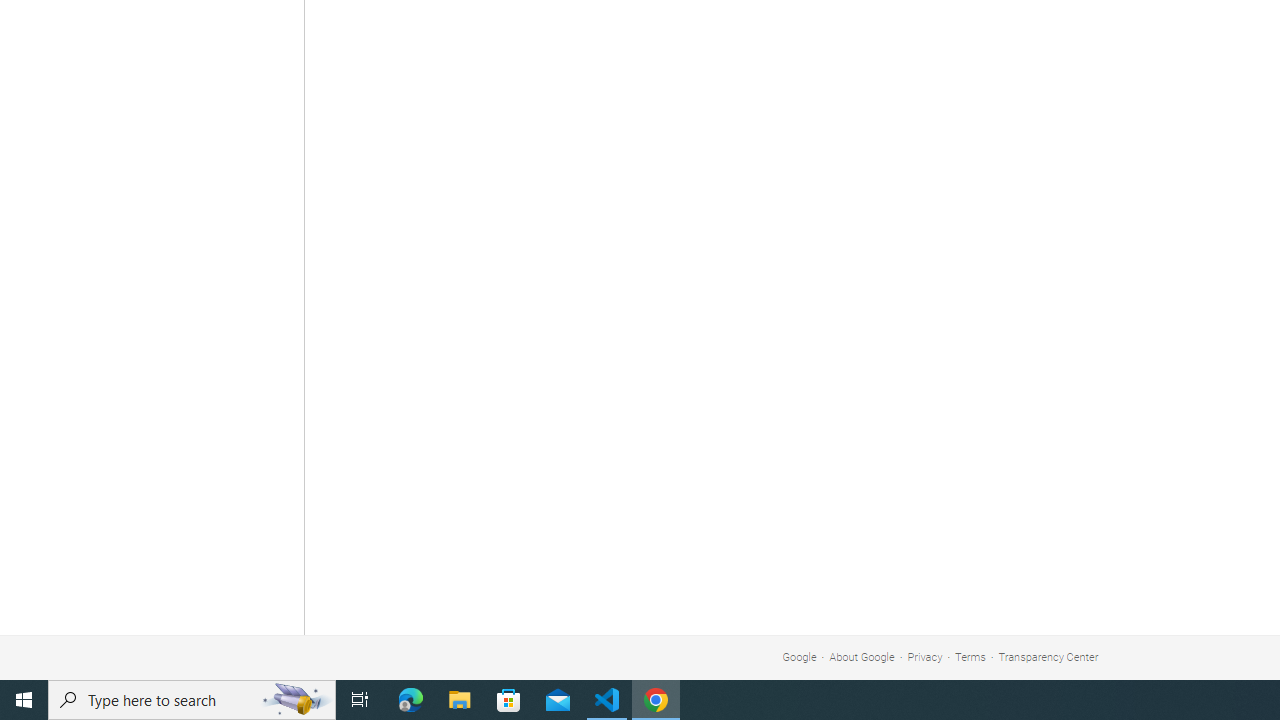 The image size is (1280, 720). Describe the element at coordinates (862, 657) in the screenshot. I see `'About Google'` at that location.